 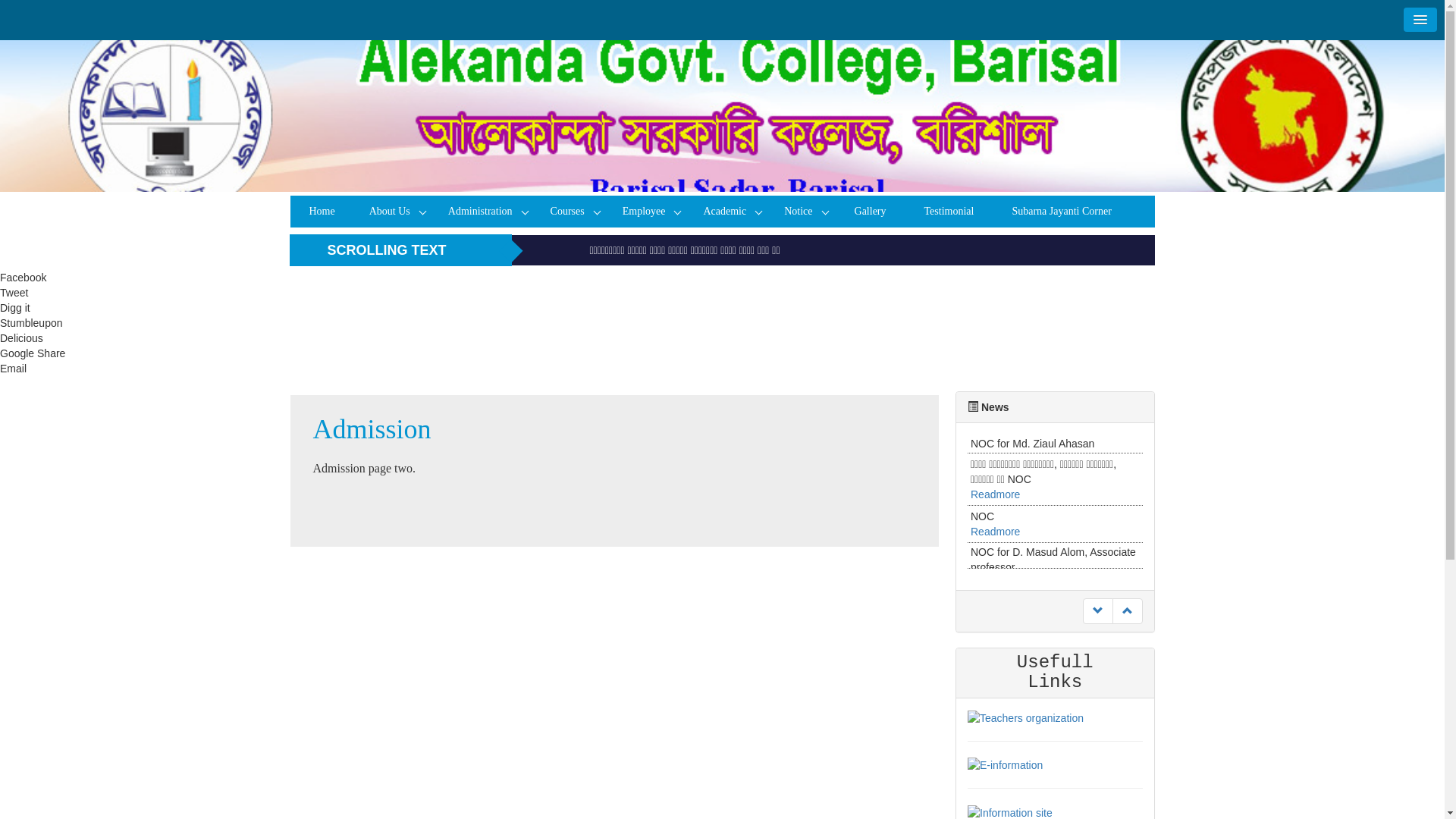 I want to click on 'Home', so click(x=290, y=211).